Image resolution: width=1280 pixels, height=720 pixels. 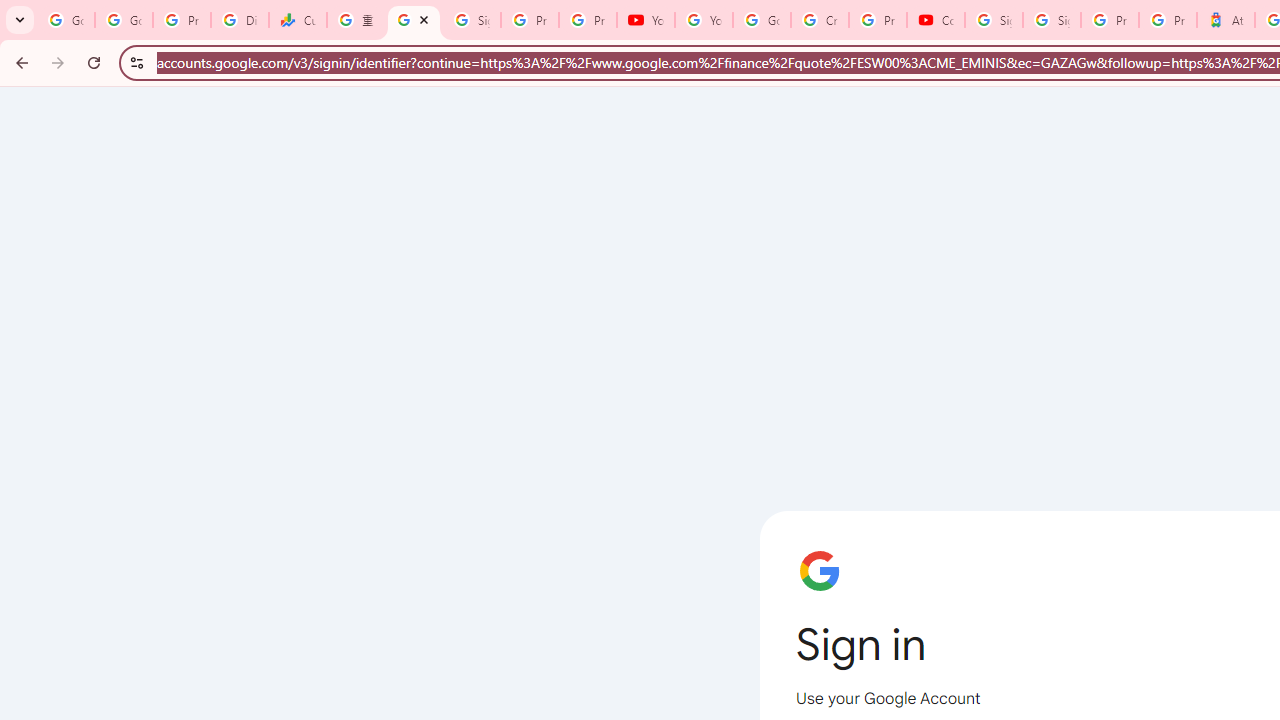 What do you see at coordinates (645, 20) in the screenshot?
I see `'YouTube'` at bounding box center [645, 20].